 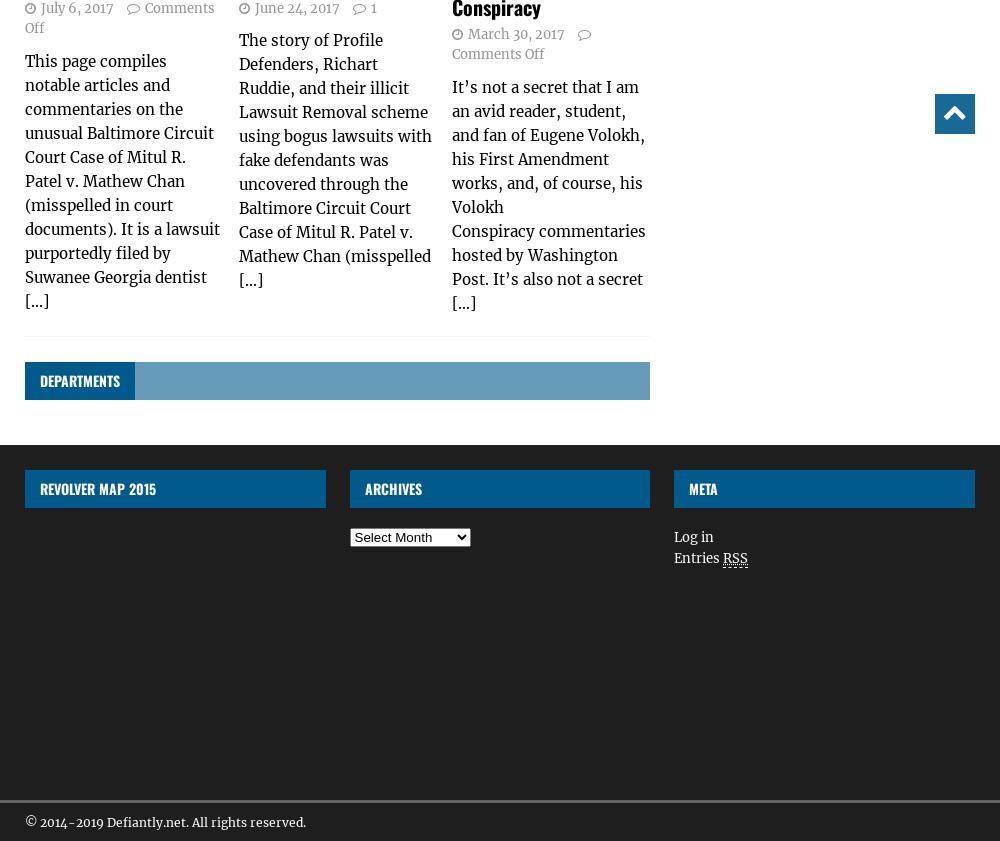 What do you see at coordinates (697, 558) in the screenshot?
I see `'Entries'` at bounding box center [697, 558].